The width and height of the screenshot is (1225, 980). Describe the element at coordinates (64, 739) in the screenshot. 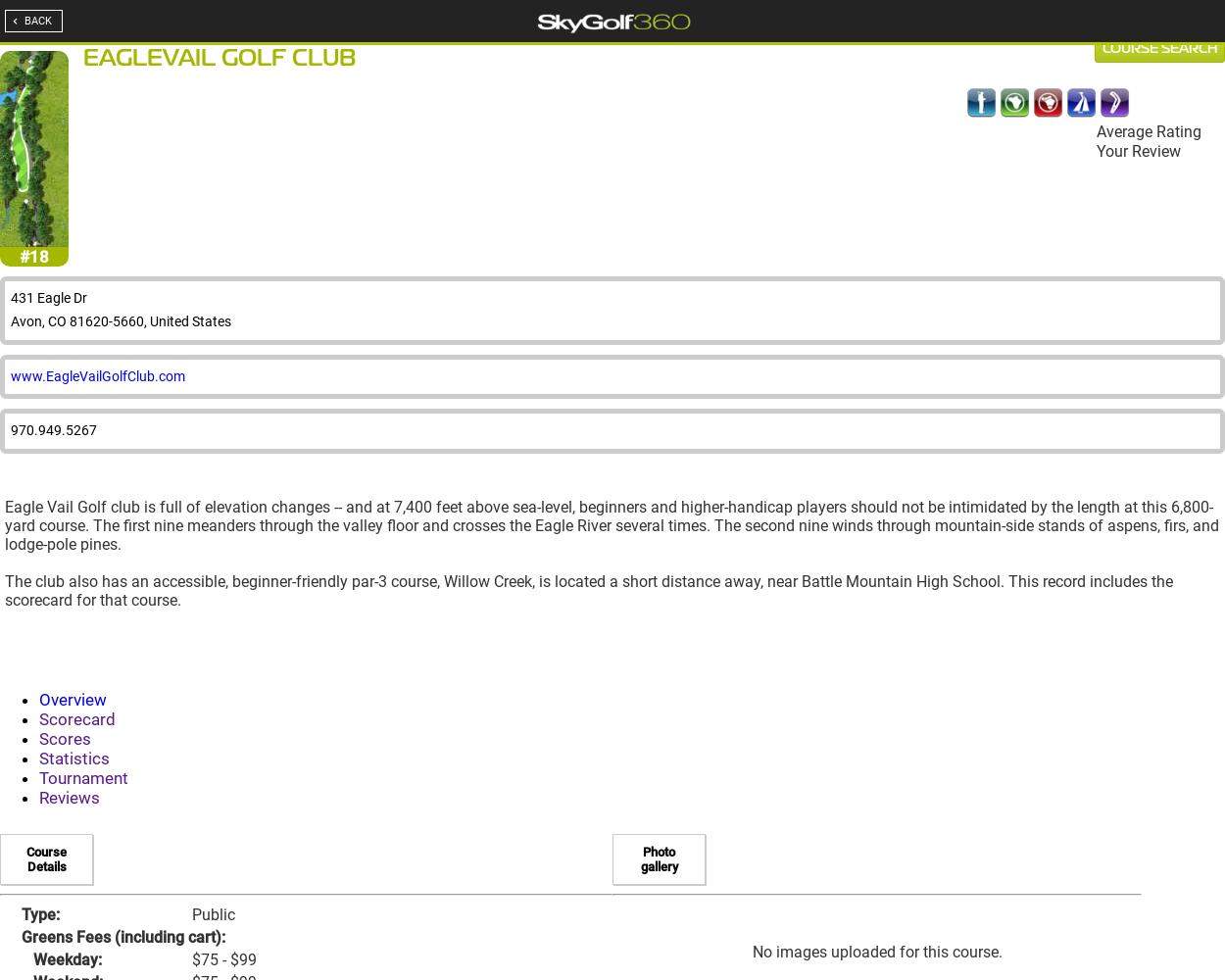

I see `'Scores'` at that location.